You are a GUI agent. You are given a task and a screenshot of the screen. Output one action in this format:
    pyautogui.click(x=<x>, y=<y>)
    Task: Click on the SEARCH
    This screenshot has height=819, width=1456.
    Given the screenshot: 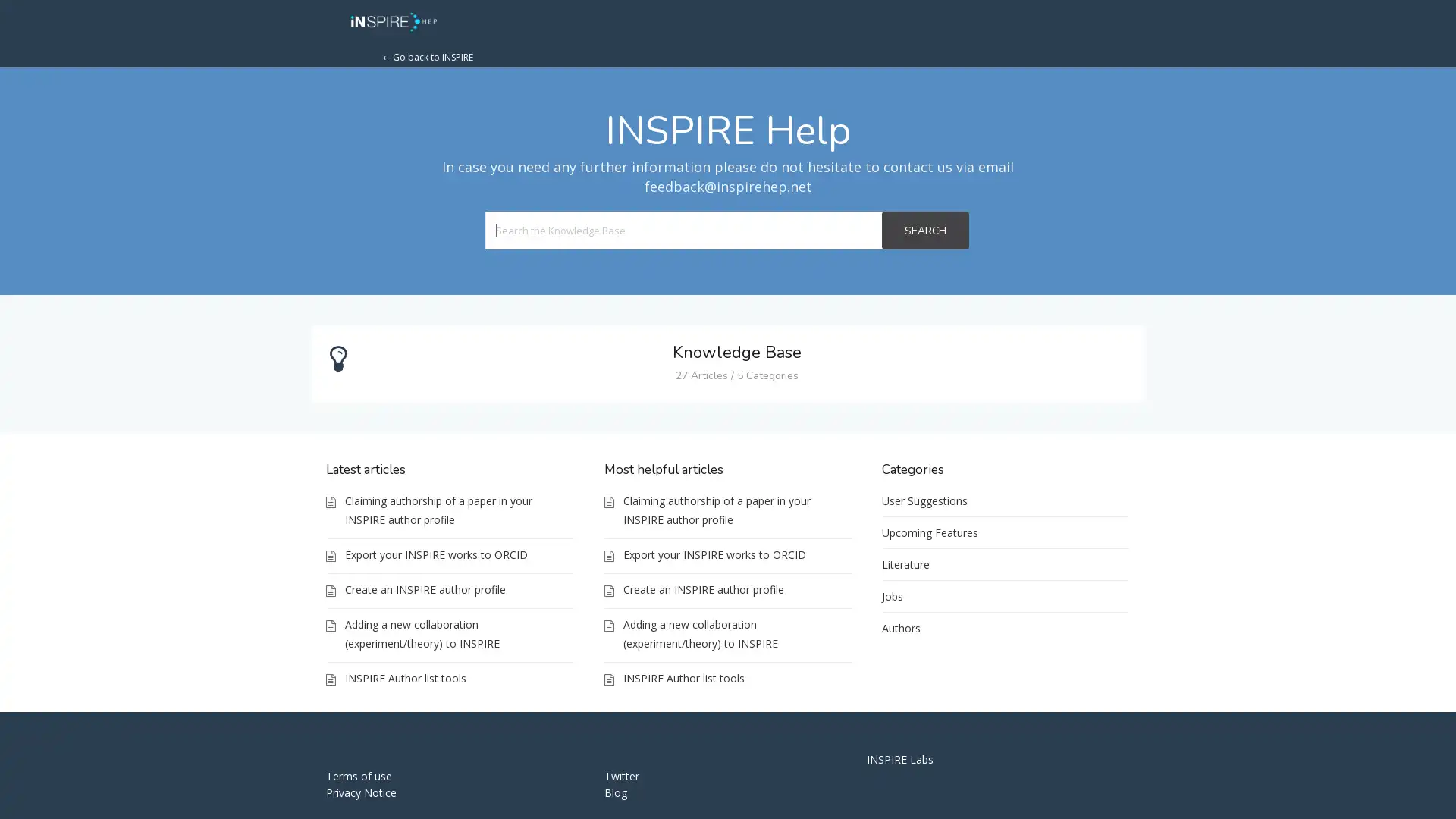 What is the action you would take?
    pyautogui.click(x=924, y=231)
    